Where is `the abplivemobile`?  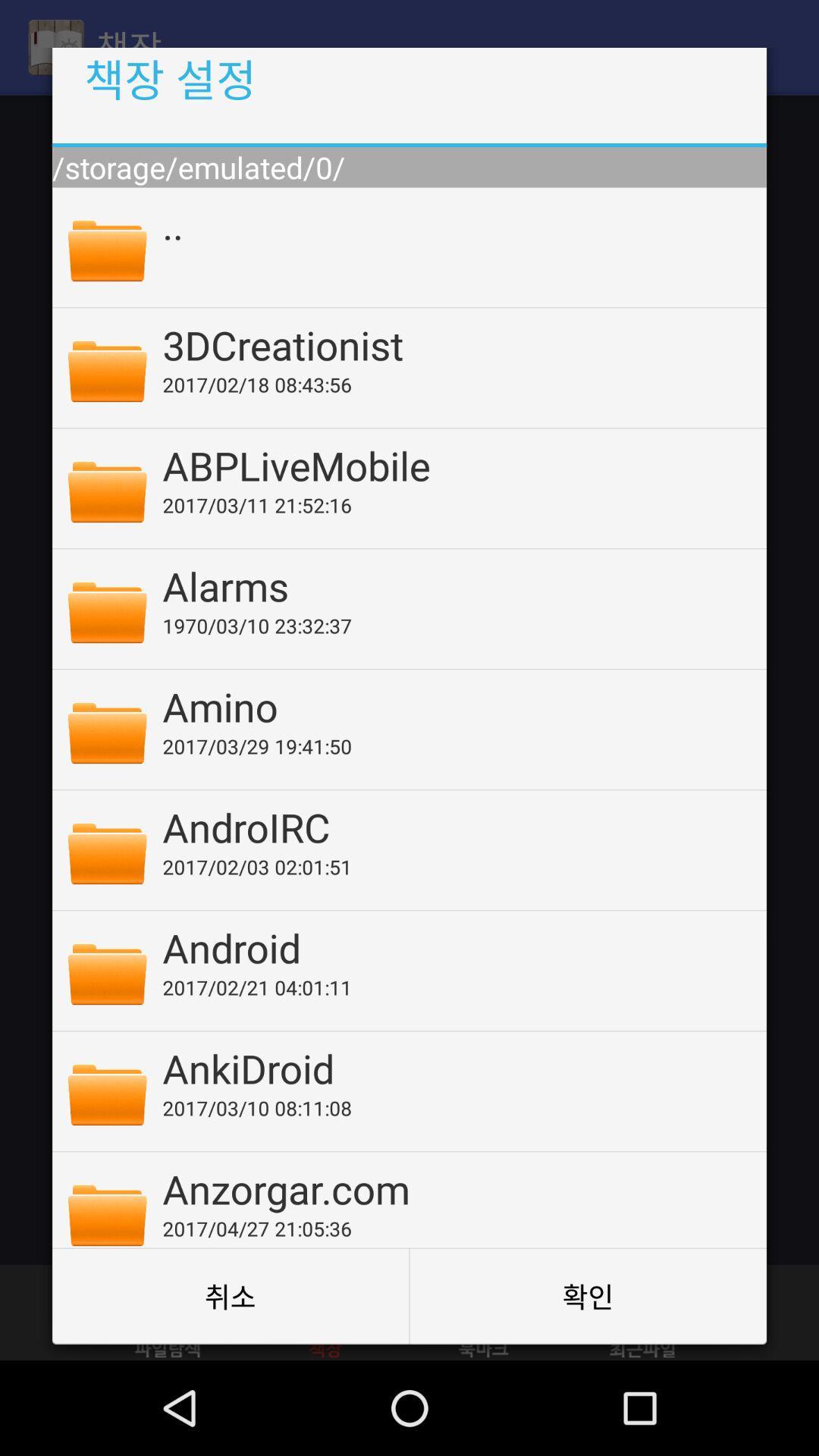
the abplivemobile is located at coordinates (453, 464).